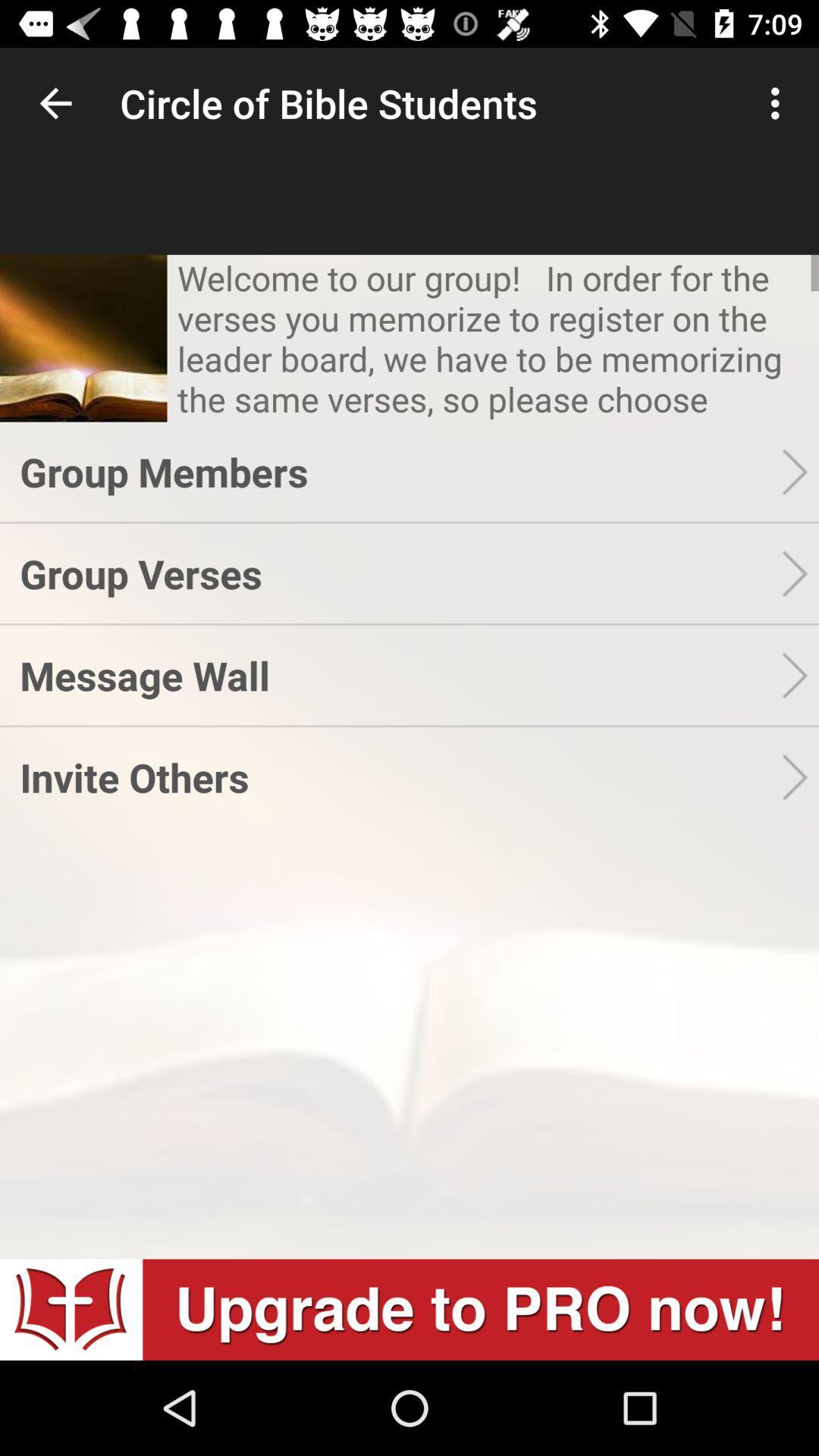 Image resolution: width=819 pixels, height=1456 pixels. I want to click on icon next to circle of bible, so click(779, 102).